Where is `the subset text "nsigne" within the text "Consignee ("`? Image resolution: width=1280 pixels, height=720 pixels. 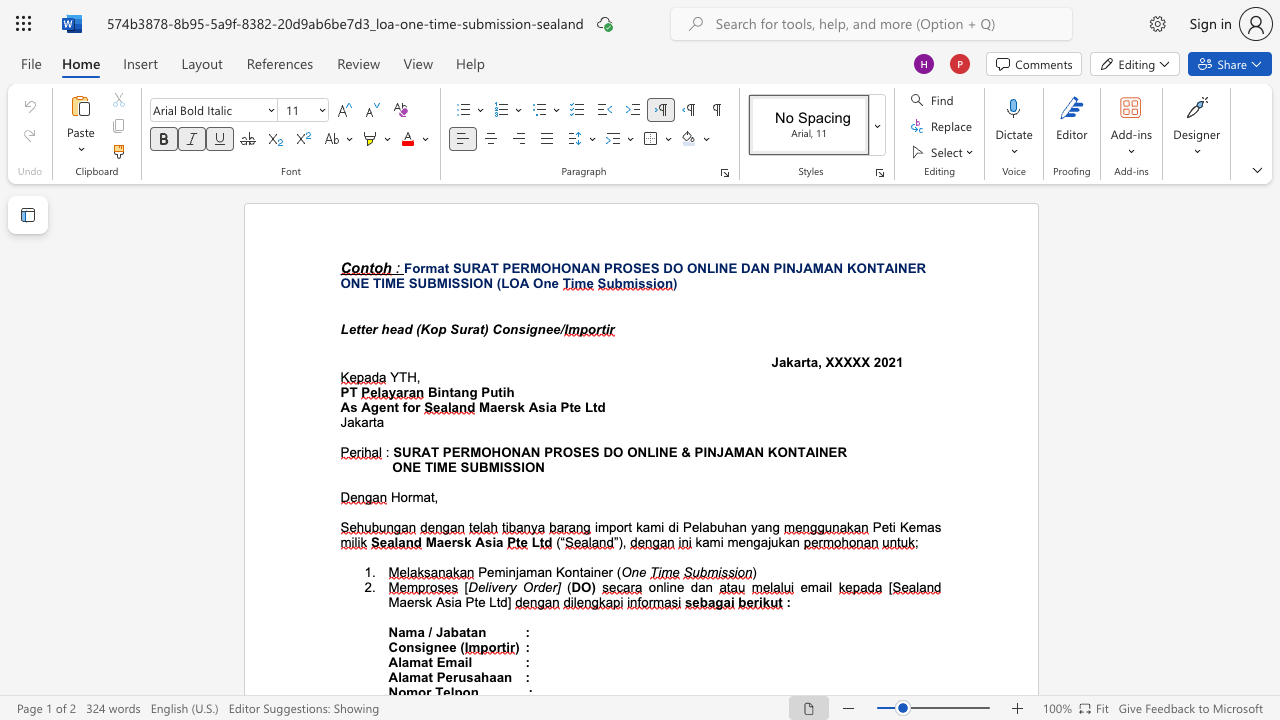
the subset text "nsigne" within the text "Consignee (" is located at coordinates (405, 647).